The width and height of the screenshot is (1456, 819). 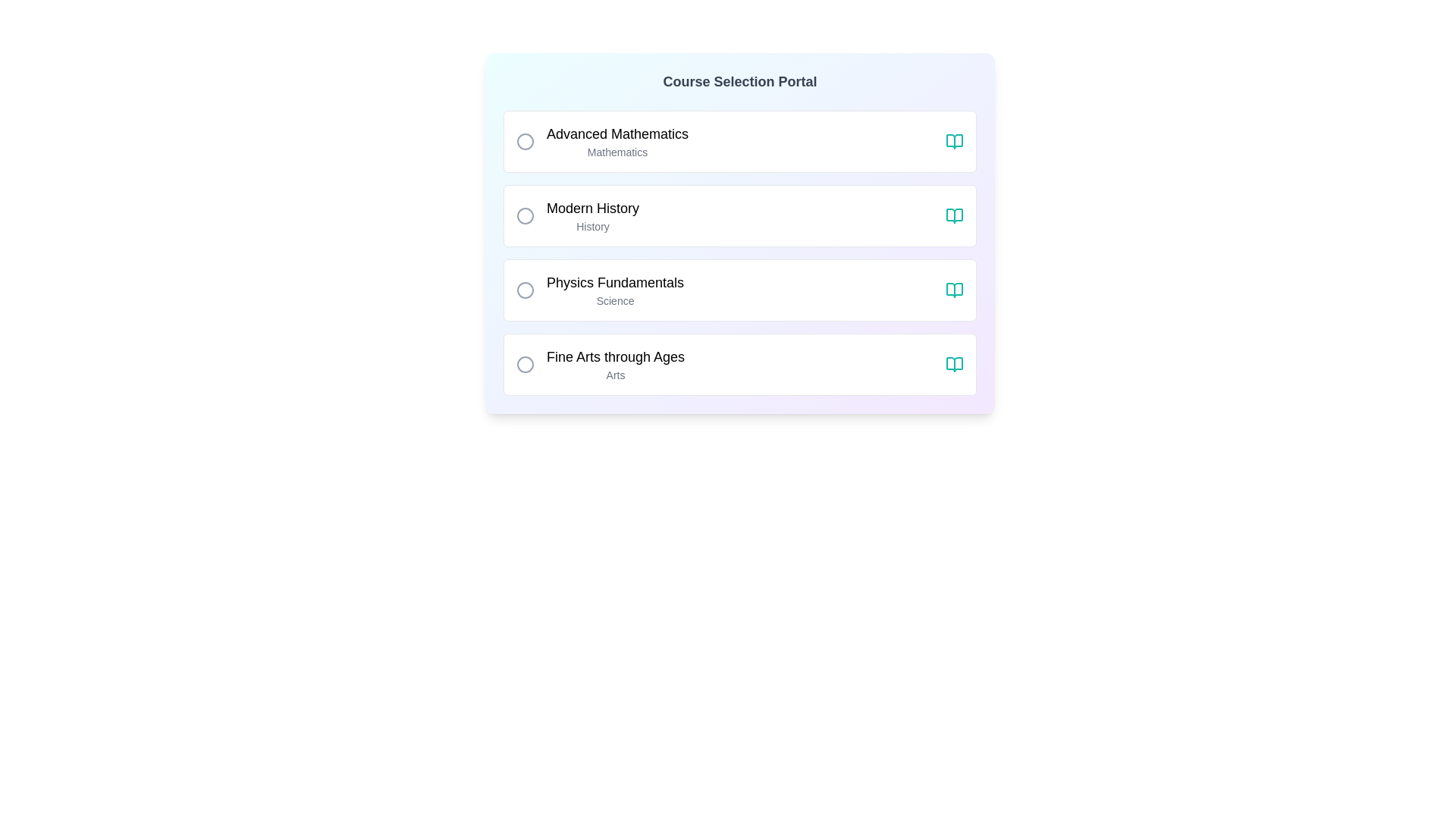 I want to click on the circular radio button for the course labeled 'Modern History', so click(x=525, y=216).